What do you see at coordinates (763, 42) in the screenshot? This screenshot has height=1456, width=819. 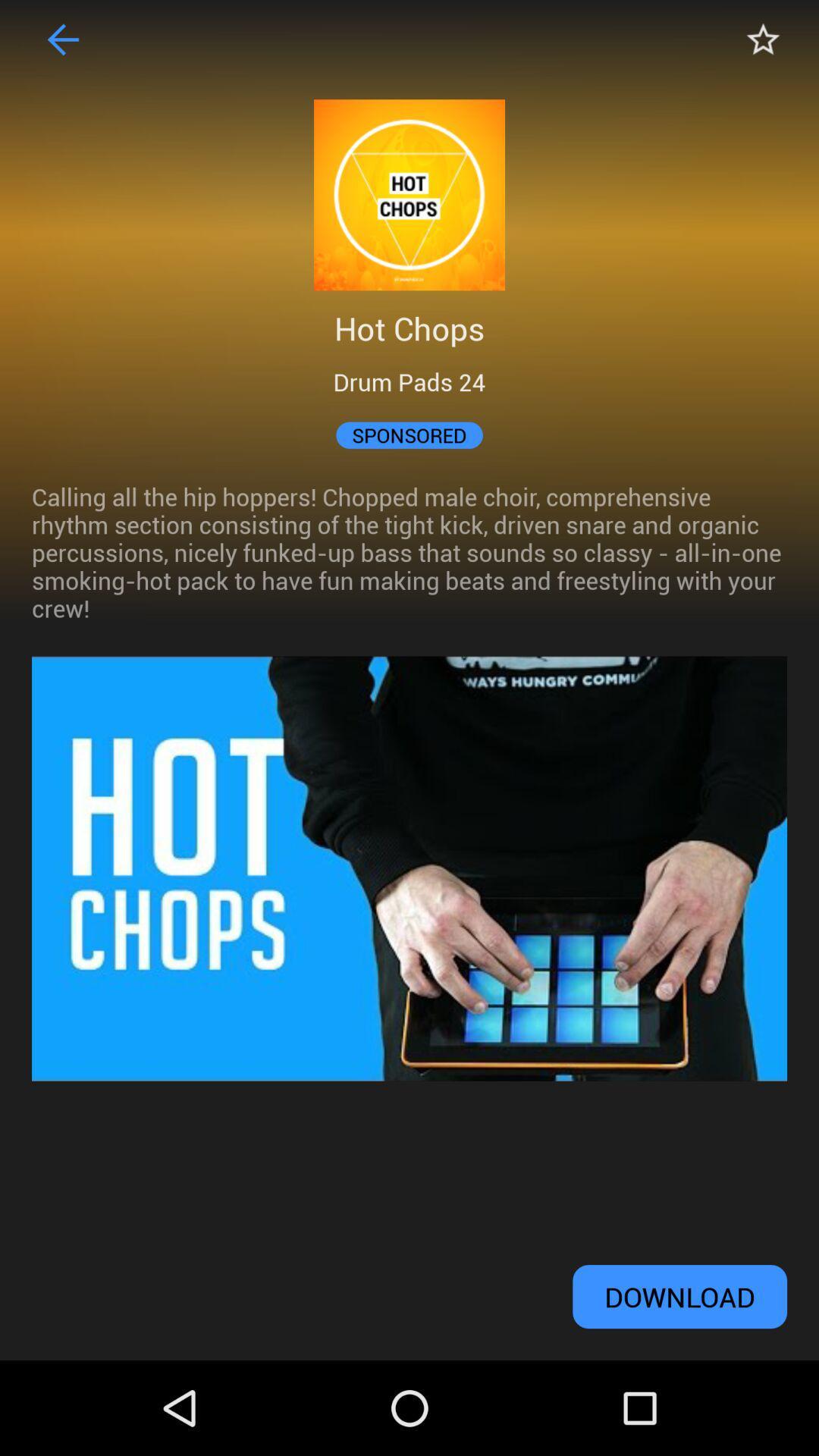 I see `the star icon` at bounding box center [763, 42].